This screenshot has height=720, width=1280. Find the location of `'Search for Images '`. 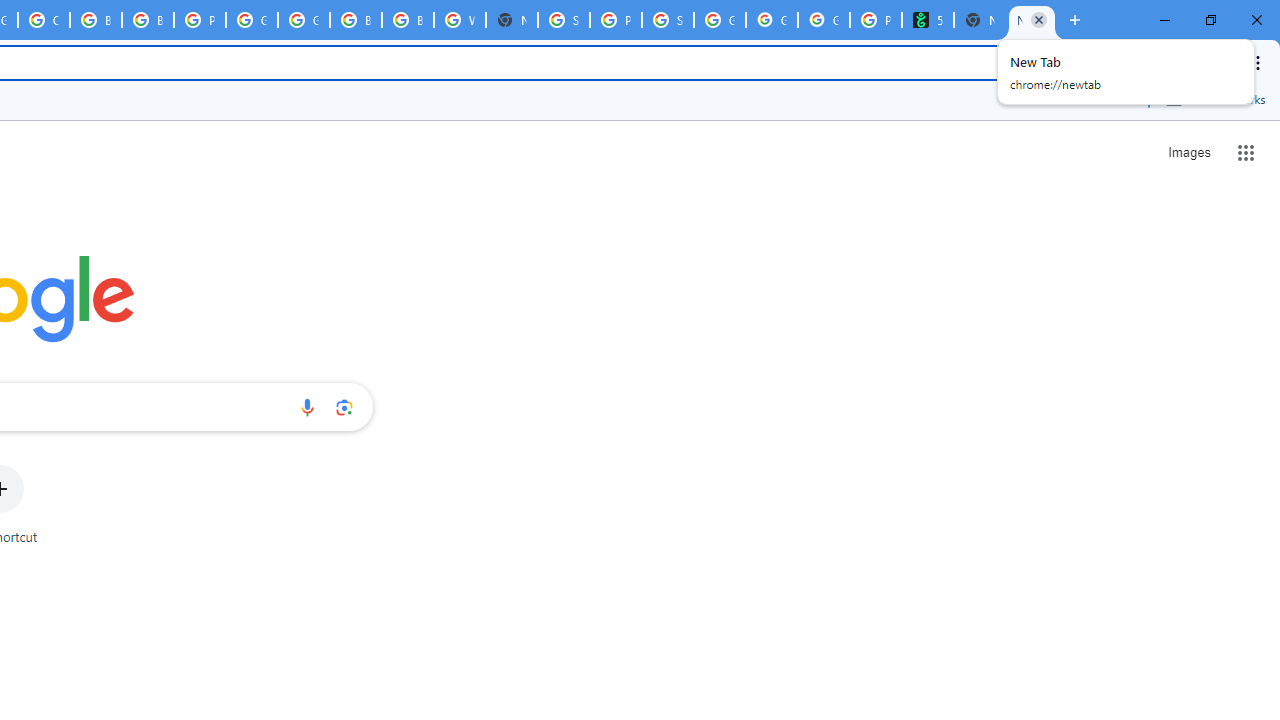

'Search for Images ' is located at coordinates (1189, 152).